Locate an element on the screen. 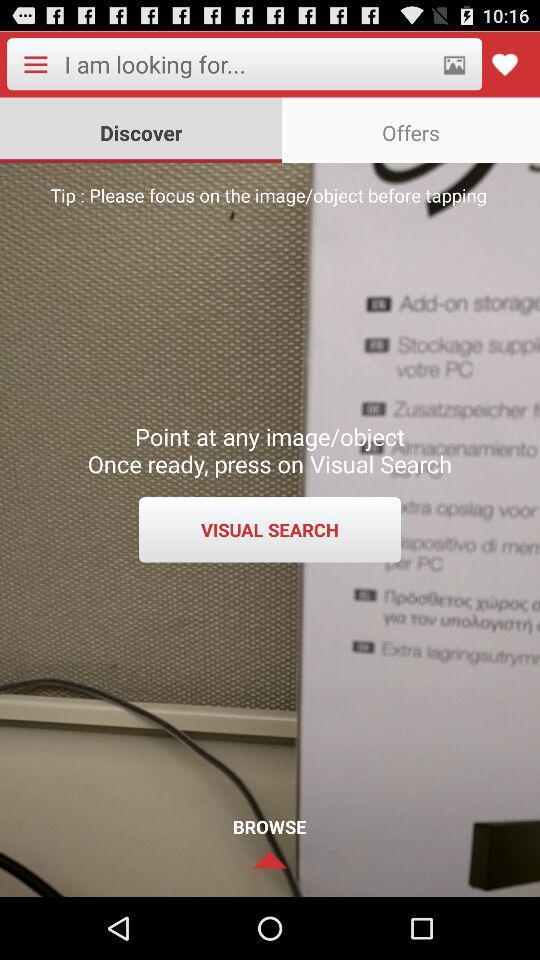  the heart icon below the notification bar is located at coordinates (504, 64).